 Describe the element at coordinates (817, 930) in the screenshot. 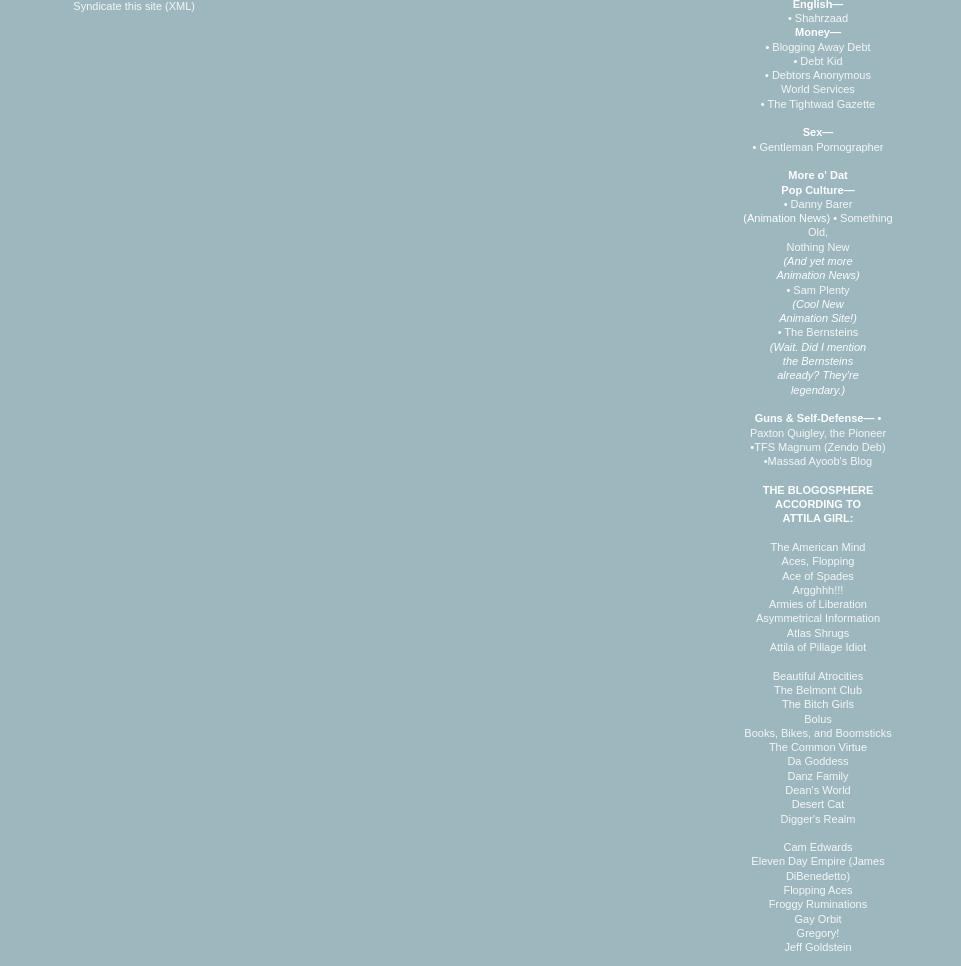

I see `'Gregory!'` at that location.